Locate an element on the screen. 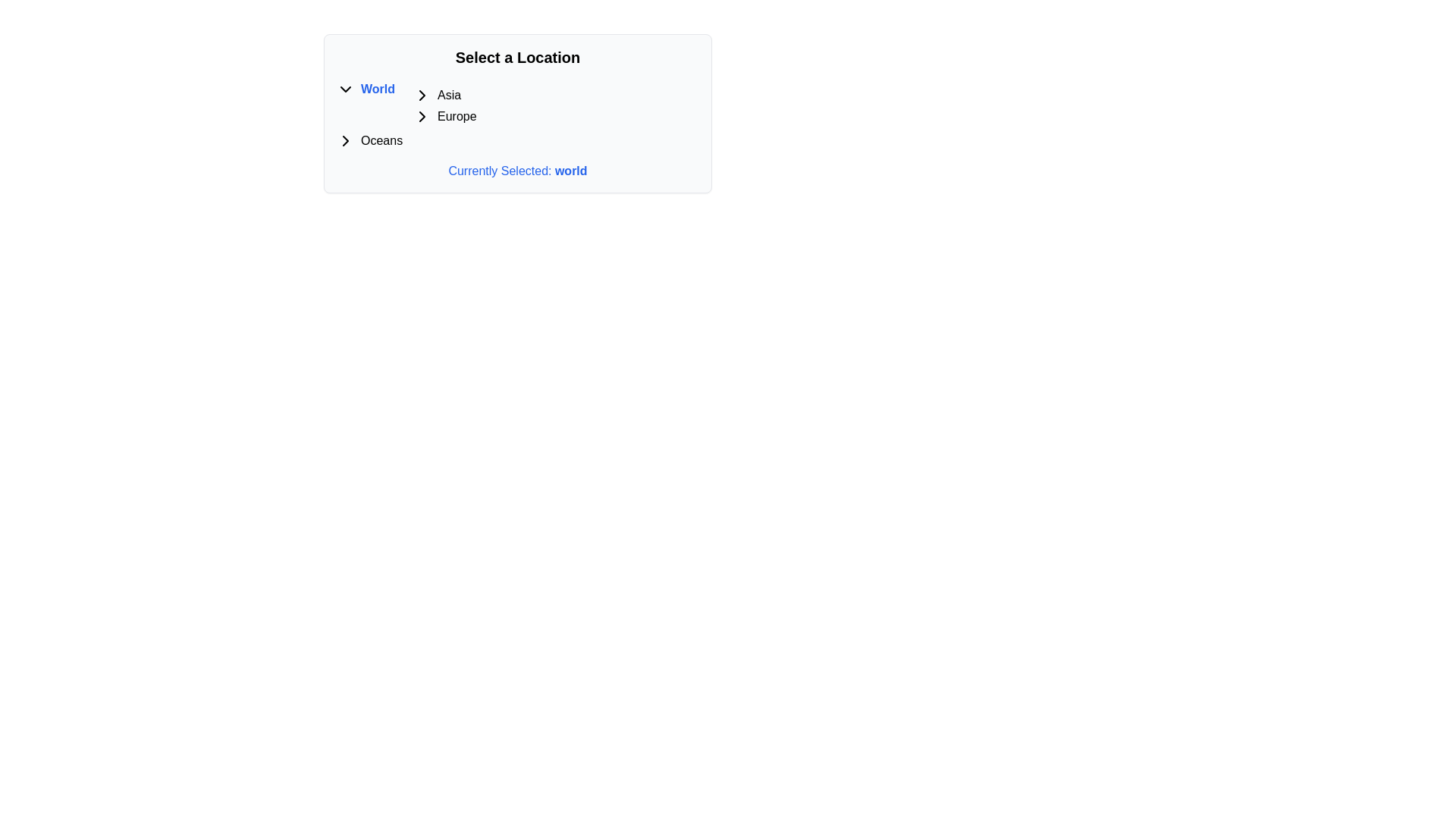  the navigation label for the 'Europe' category located in the hierarchical list under 'Select a Location' is located at coordinates (444, 116).